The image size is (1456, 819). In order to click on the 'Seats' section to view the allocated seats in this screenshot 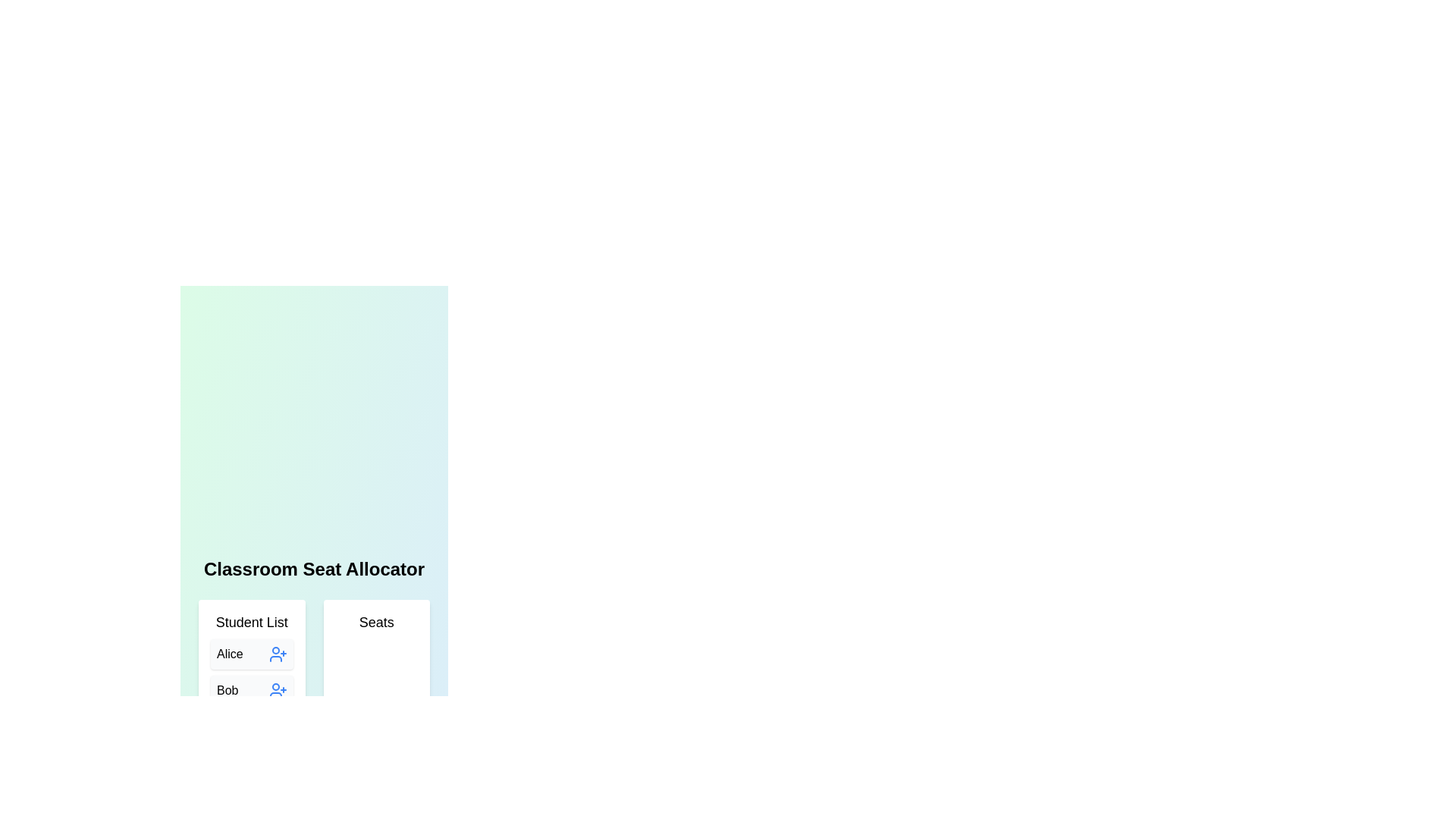, I will do `click(376, 717)`.